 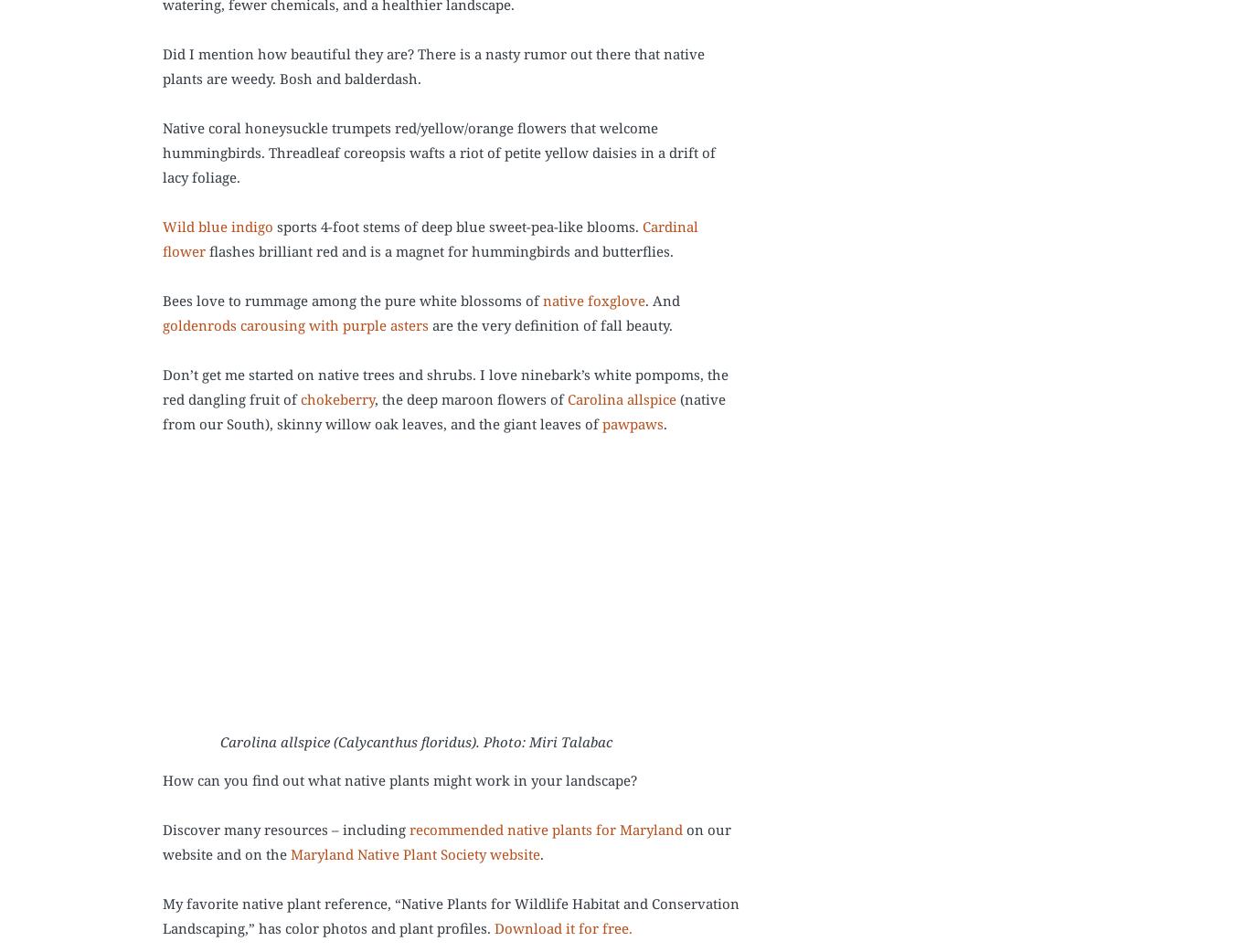 I want to click on ', the deep maroon flowers of', so click(x=470, y=399).